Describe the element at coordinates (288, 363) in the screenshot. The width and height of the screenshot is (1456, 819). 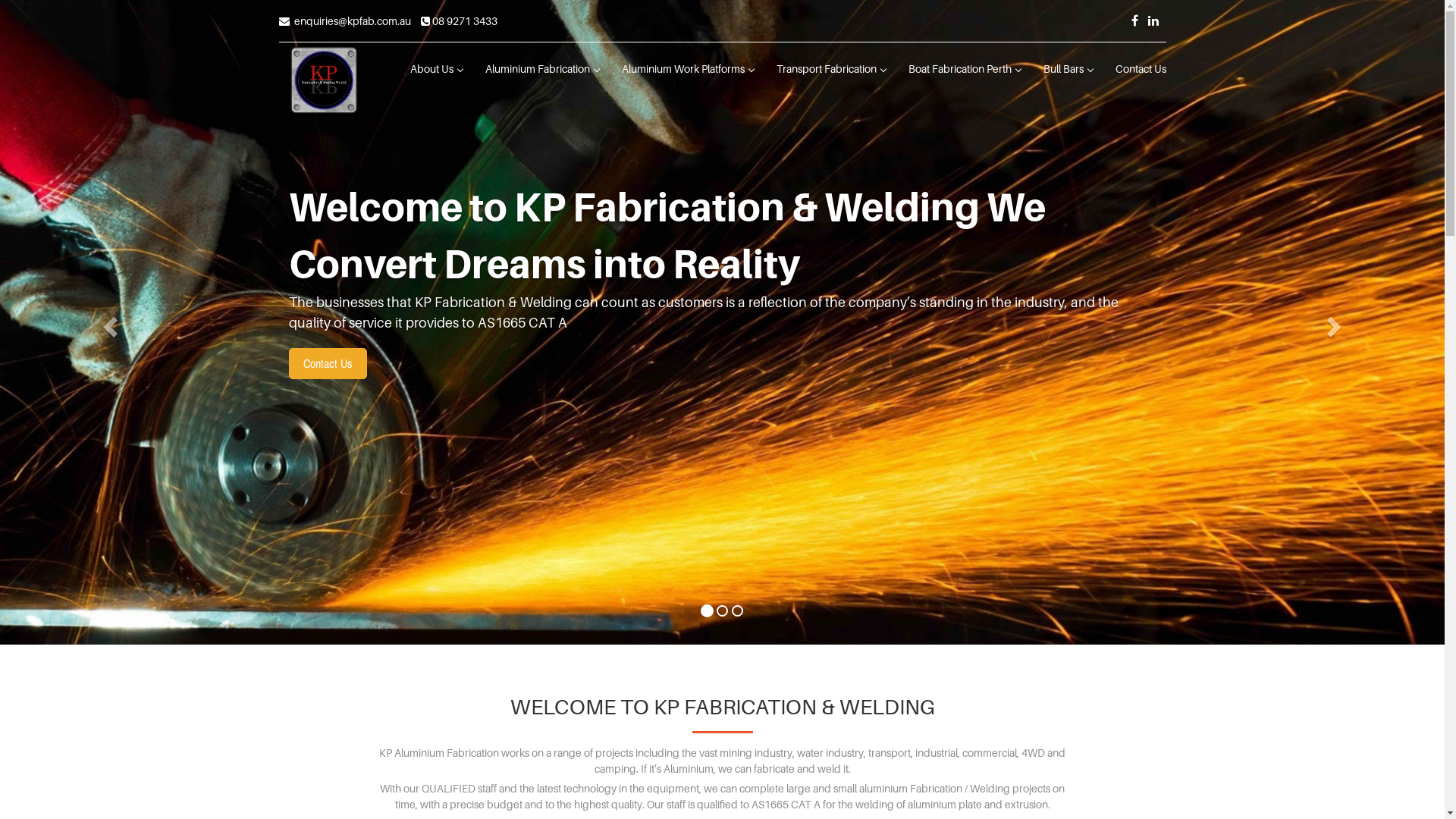
I see `'Contact Us'` at that location.